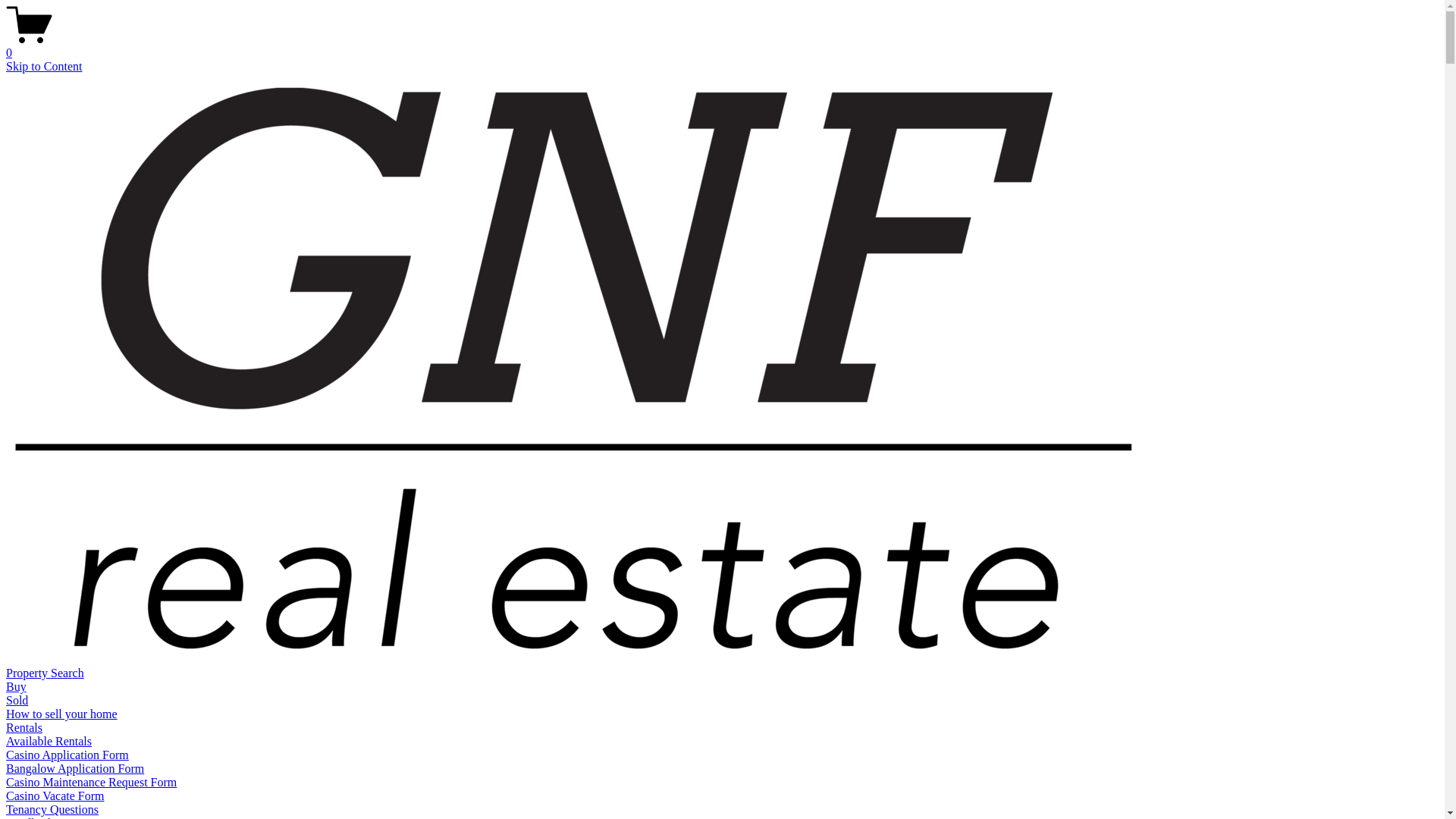  Describe the element at coordinates (24, 726) in the screenshot. I see `'Rentals'` at that location.